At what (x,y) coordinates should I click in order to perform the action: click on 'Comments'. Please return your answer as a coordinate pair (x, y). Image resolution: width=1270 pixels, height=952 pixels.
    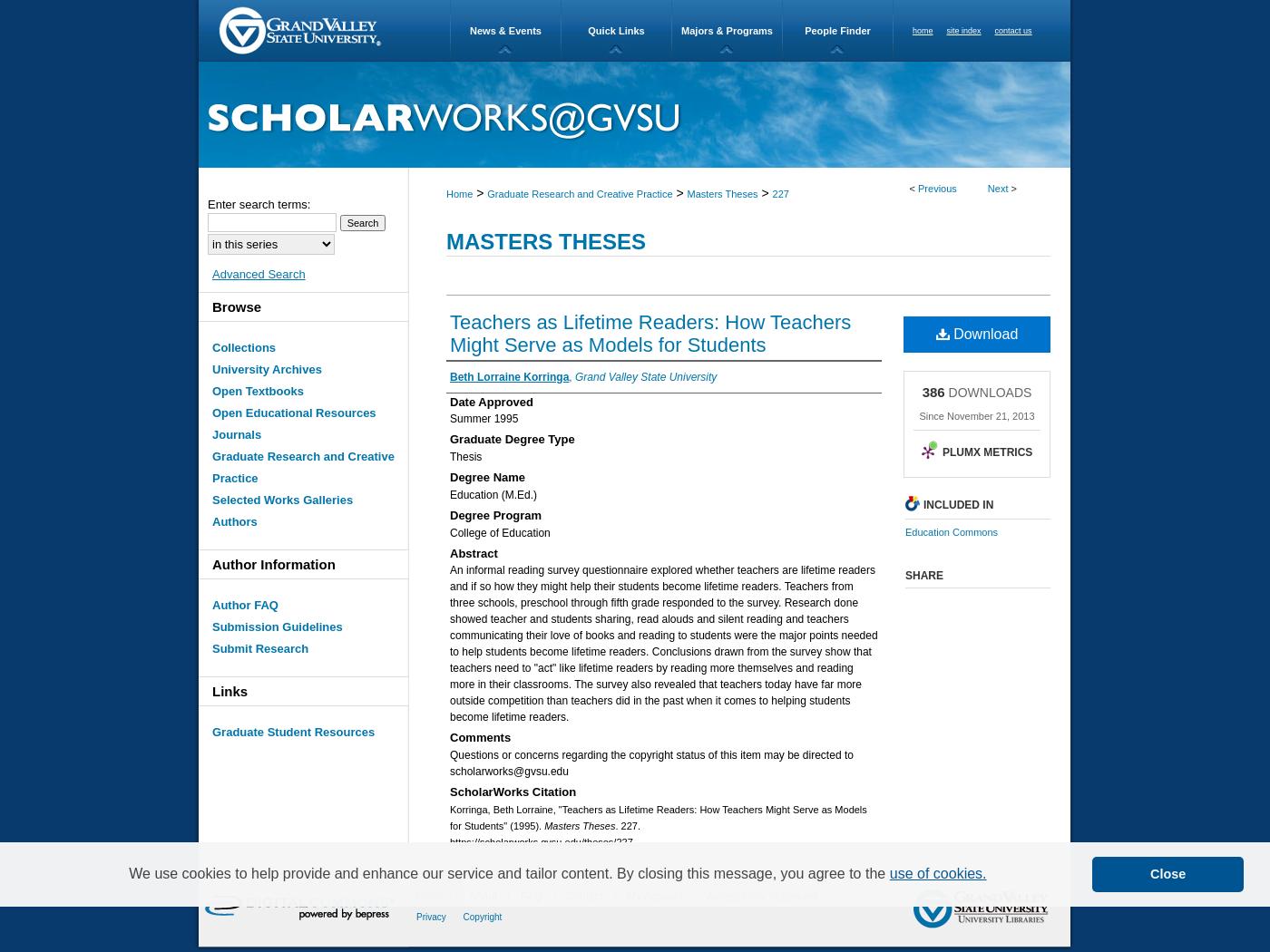
    Looking at the image, I should click on (480, 736).